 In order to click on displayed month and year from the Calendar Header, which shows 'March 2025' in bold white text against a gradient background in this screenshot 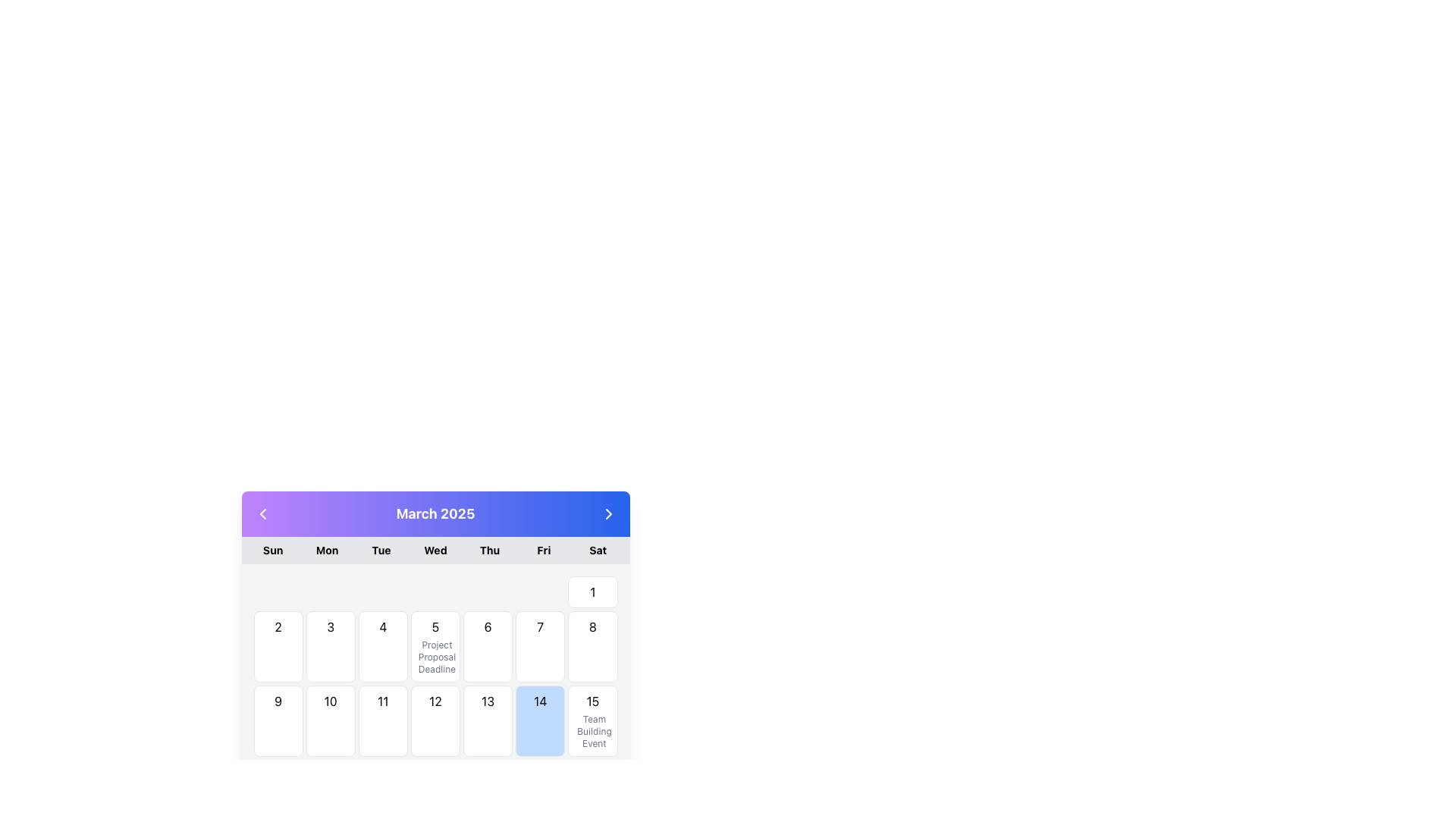, I will do `click(435, 513)`.